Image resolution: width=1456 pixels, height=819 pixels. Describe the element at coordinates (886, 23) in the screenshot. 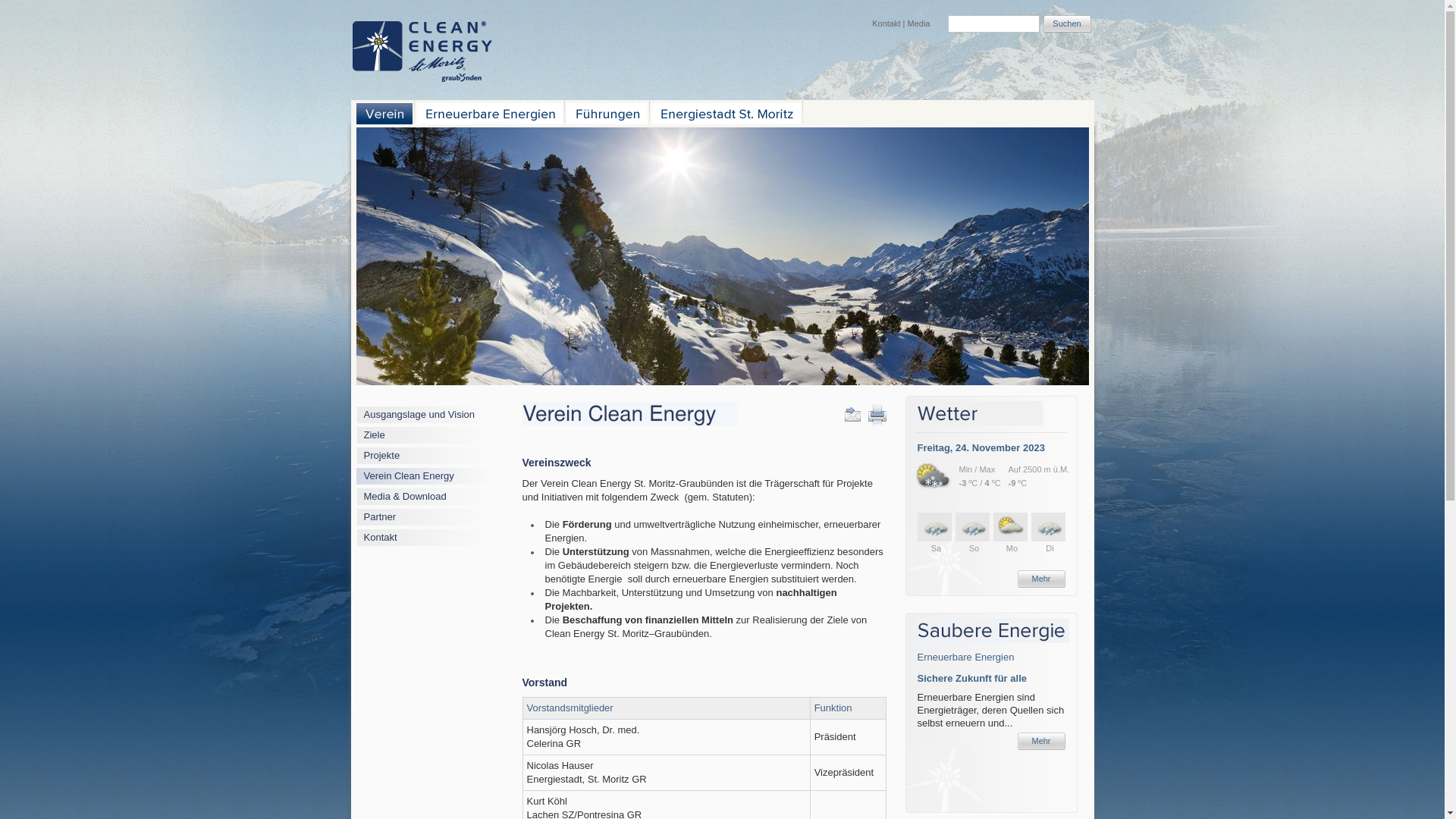

I see `'Kontakt'` at that location.